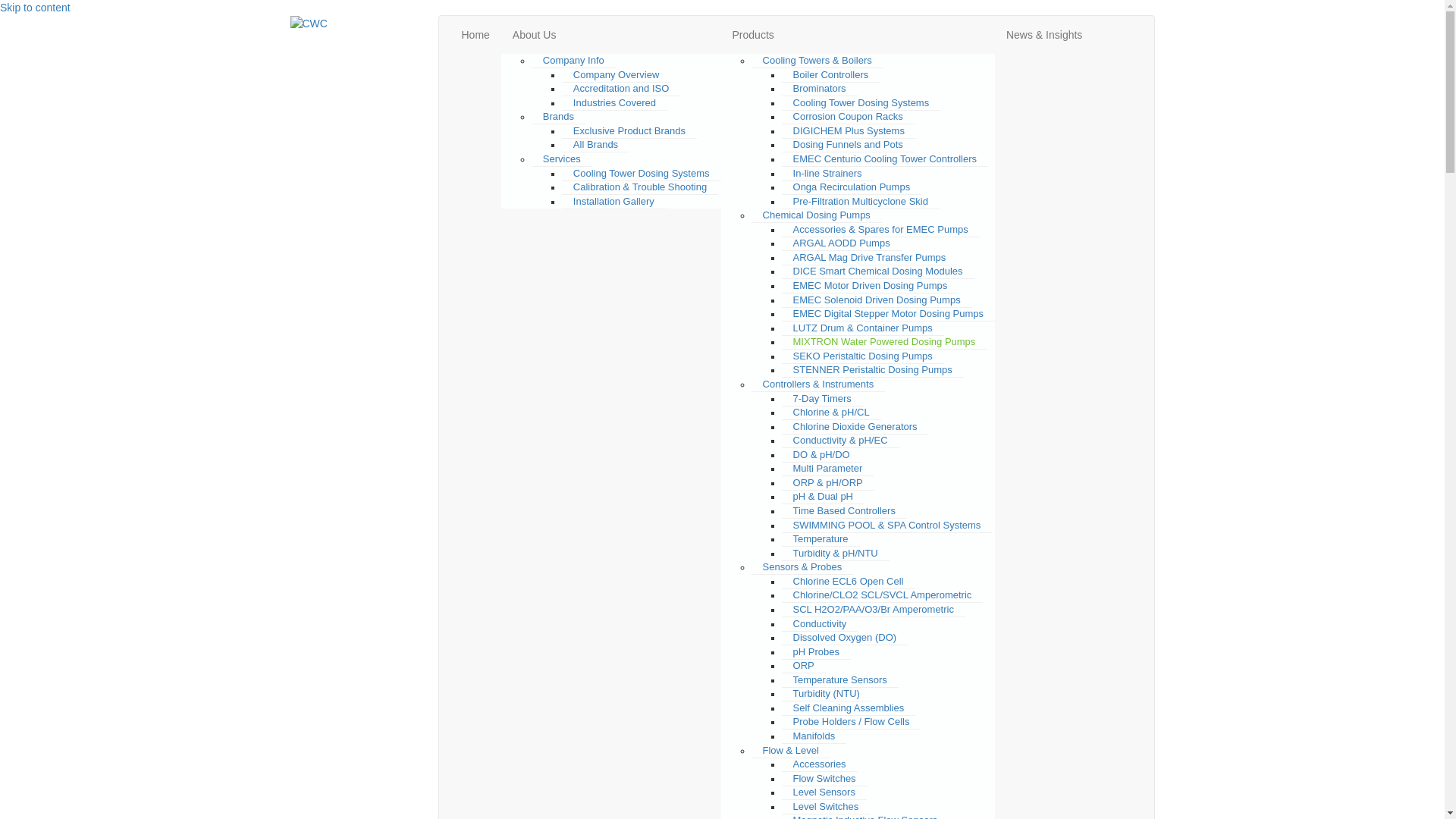 This screenshot has height=819, width=1456. What do you see at coordinates (852, 721) in the screenshot?
I see `'Probe Holders / Flow Cells'` at bounding box center [852, 721].